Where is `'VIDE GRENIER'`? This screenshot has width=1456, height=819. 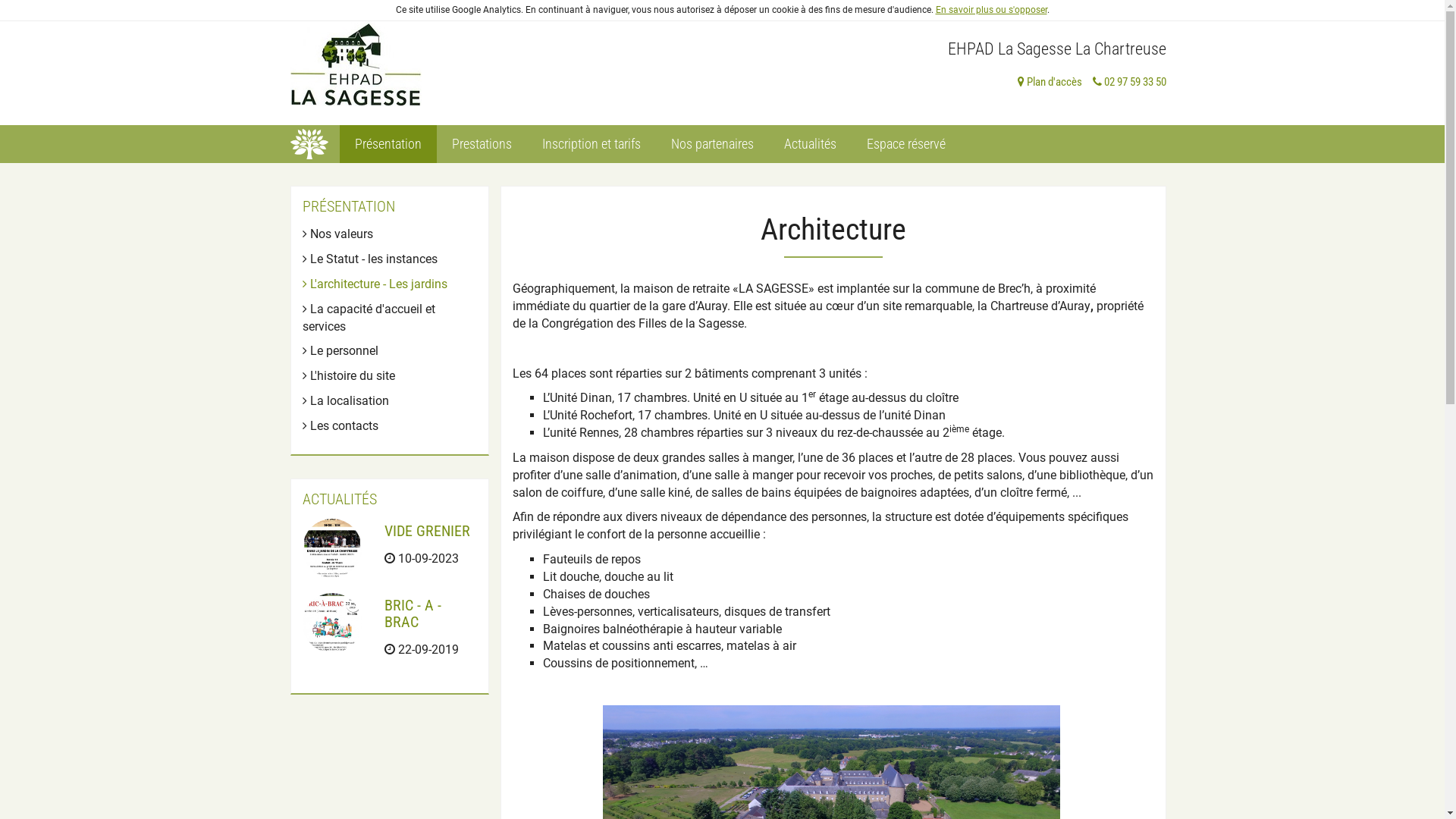
'VIDE GRENIER' is located at coordinates (384, 529).